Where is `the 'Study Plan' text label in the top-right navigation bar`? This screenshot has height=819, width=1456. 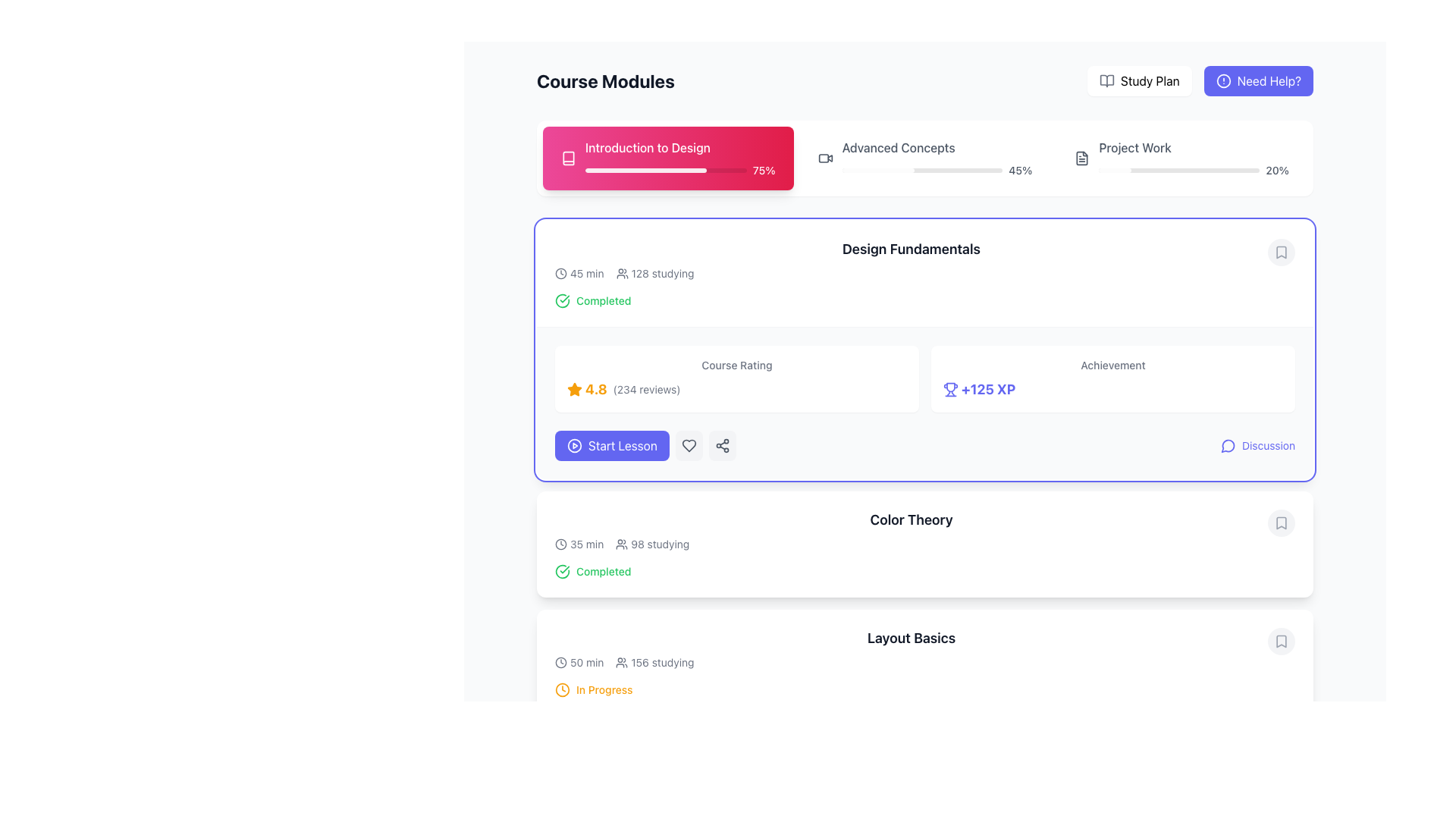
the 'Study Plan' text label in the top-right navigation bar is located at coordinates (1150, 81).